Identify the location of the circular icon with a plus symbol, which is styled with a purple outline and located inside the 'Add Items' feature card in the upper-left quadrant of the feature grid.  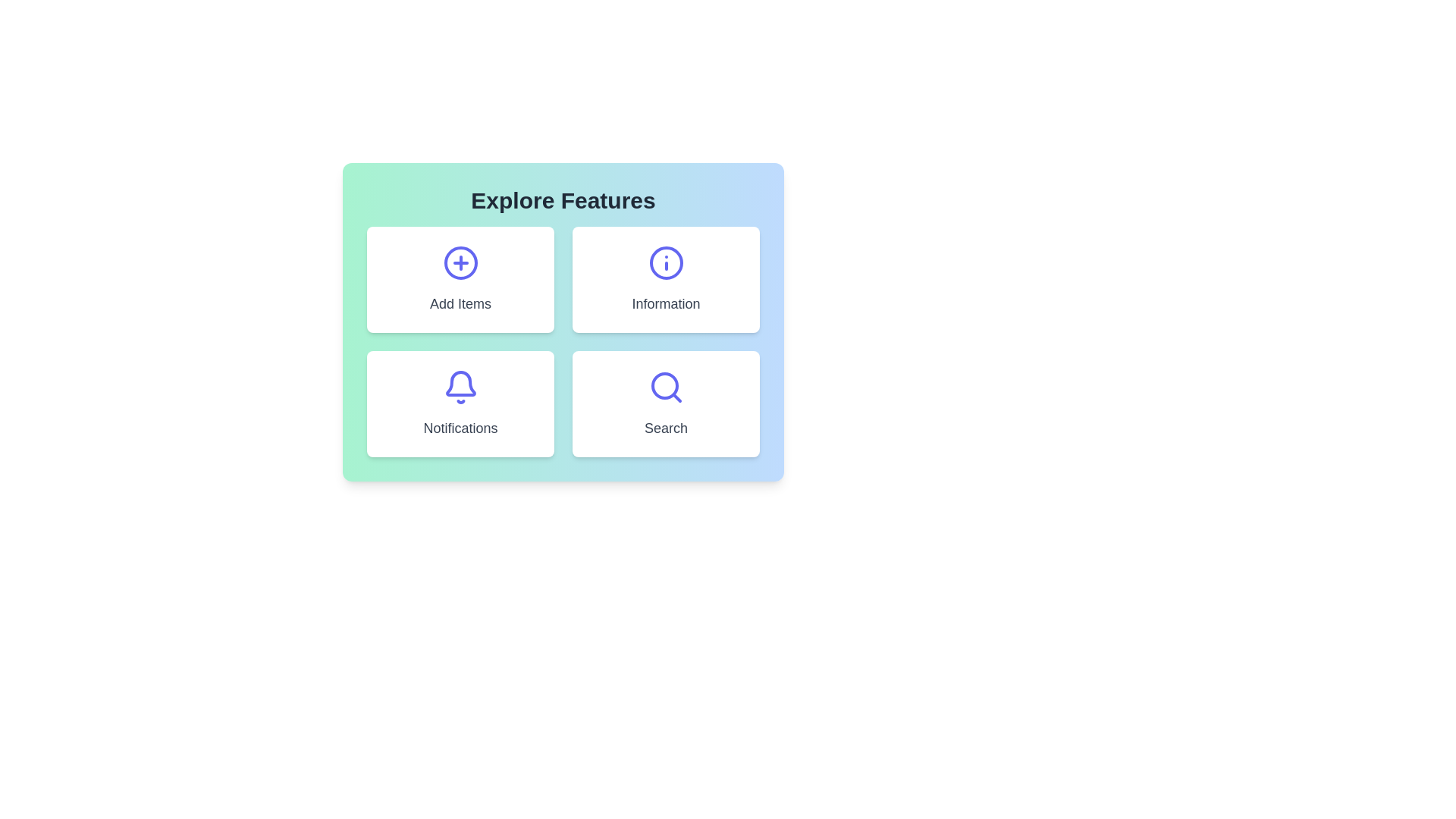
(460, 262).